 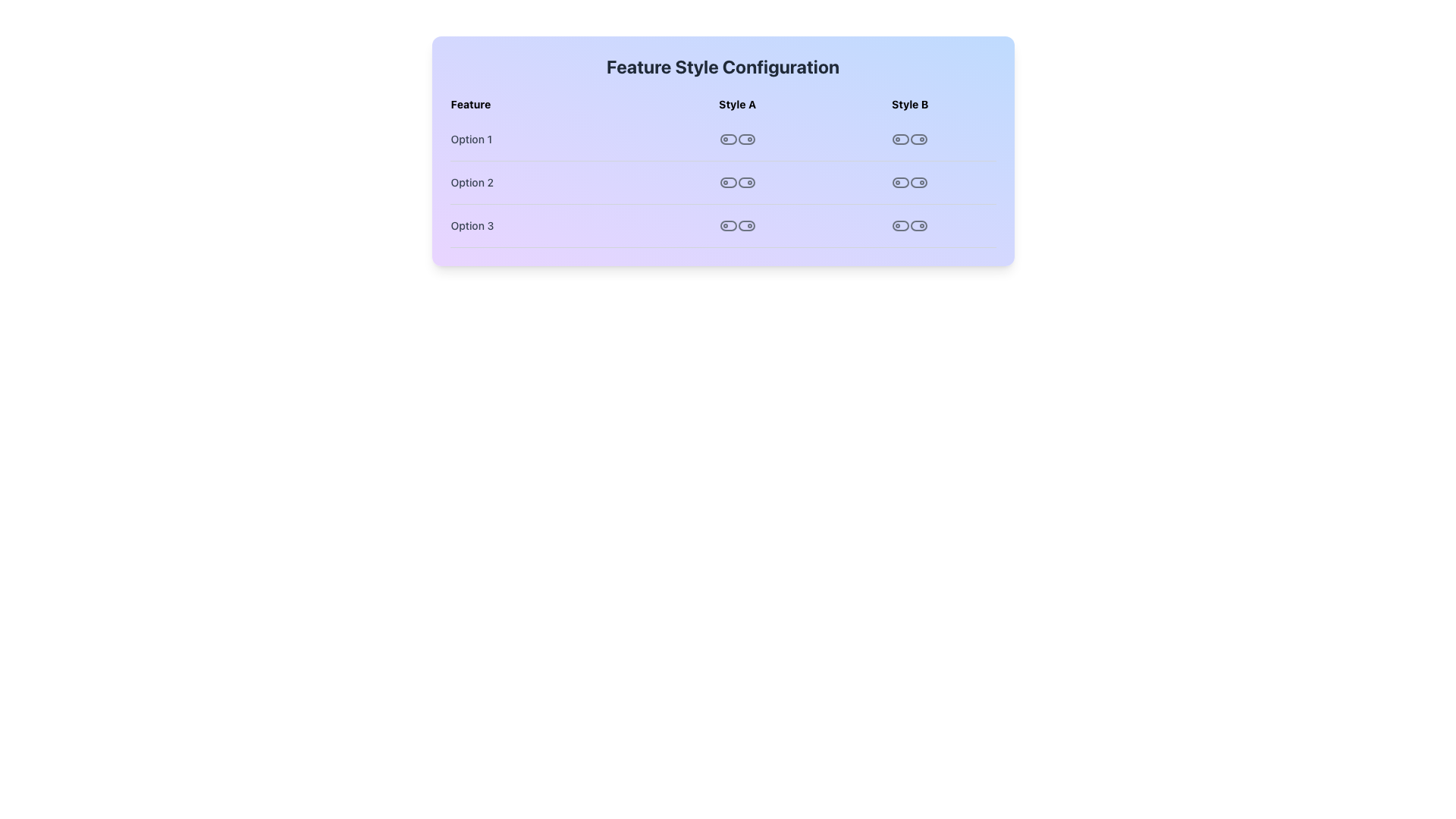 What do you see at coordinates (737, 104) in the screenshot?
I see `the label indicating 'Style A', which is horizontally centered between 'Feature' and 'Style B'` at bounding box center [737, 104].